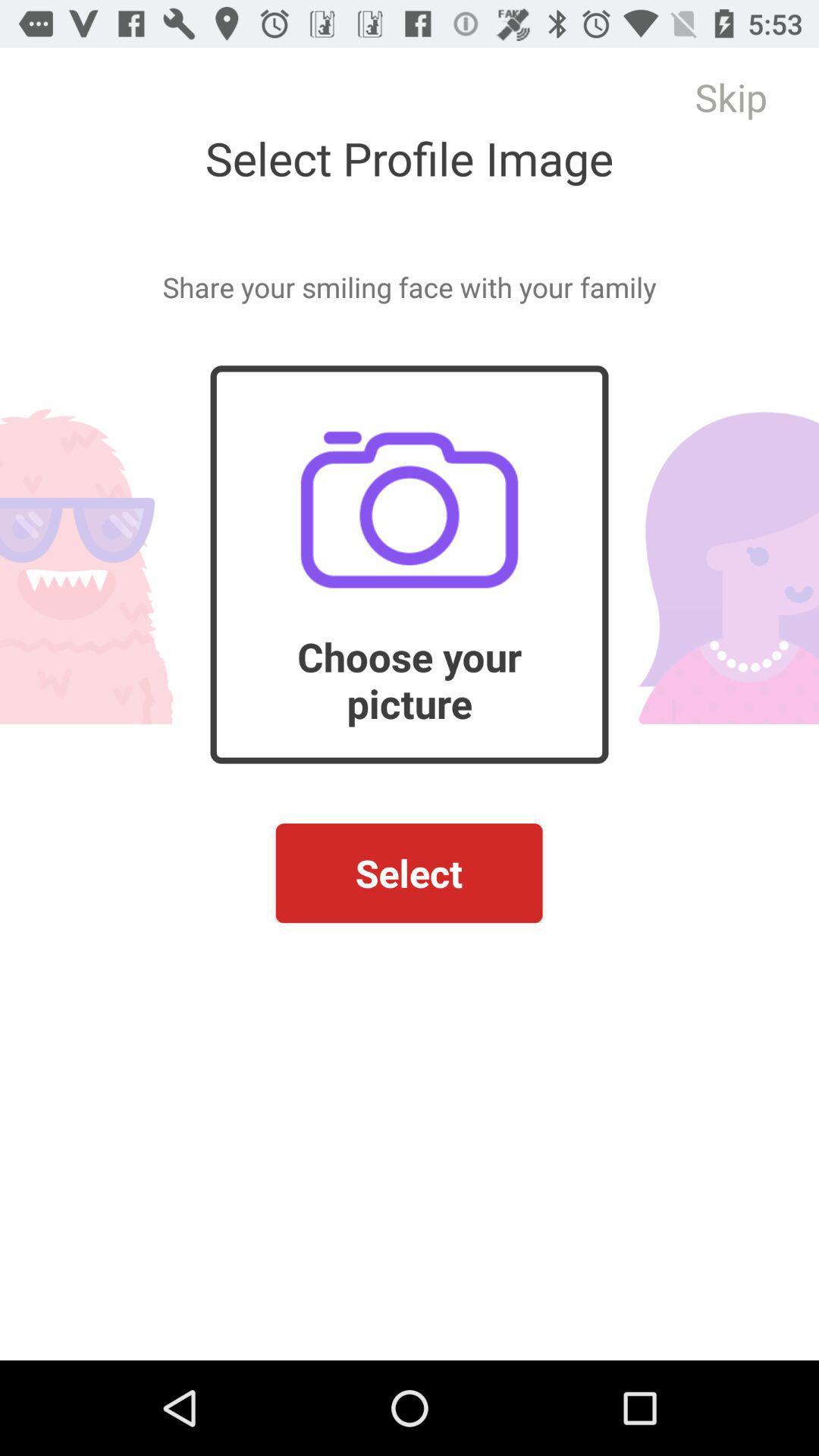  Describe the element at coordinates (730, 96) in the screenshot. I see `the skip icon` at that location.